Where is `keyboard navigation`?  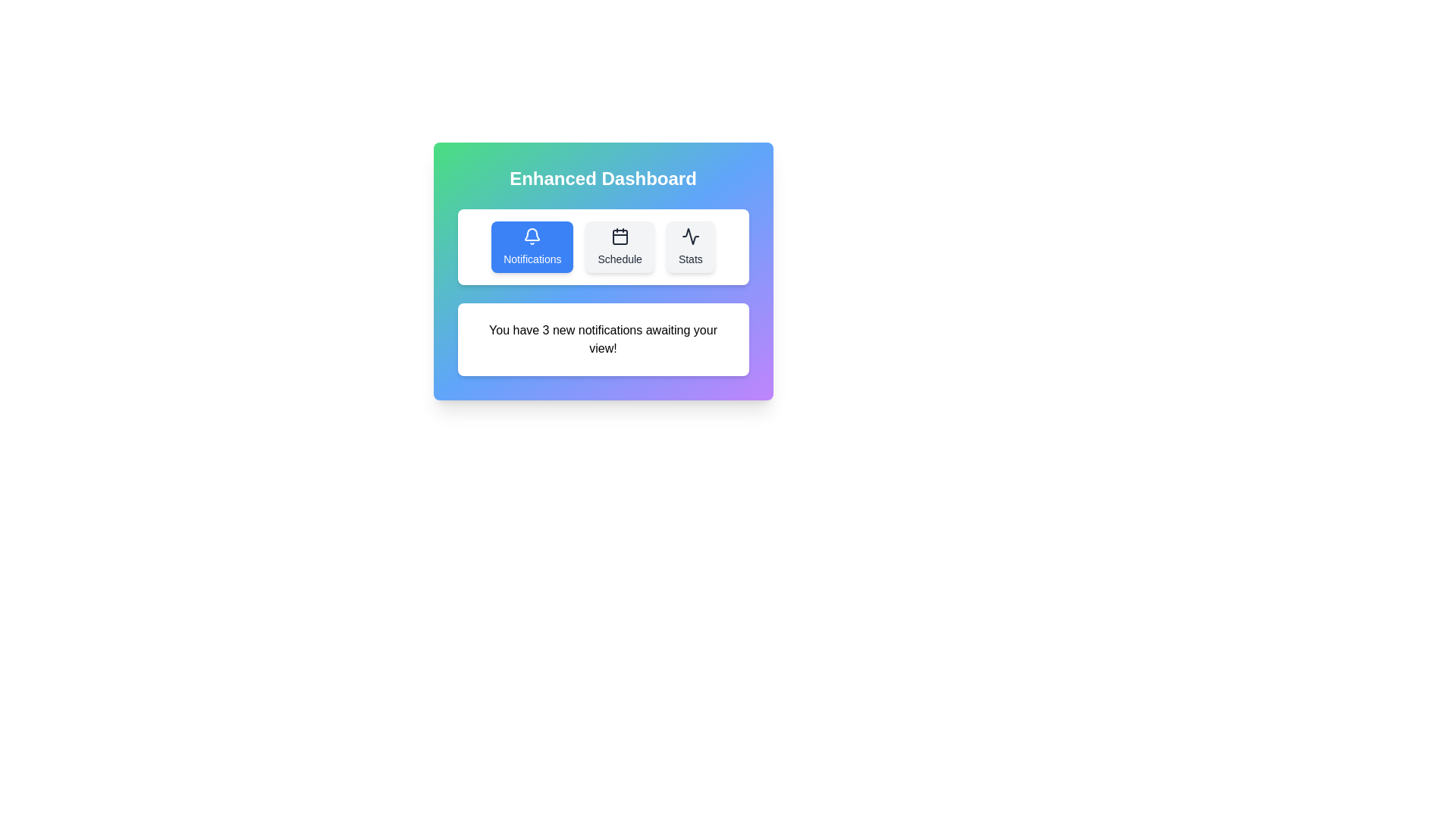 keyboard navigation is located at coordinates (532, 234).